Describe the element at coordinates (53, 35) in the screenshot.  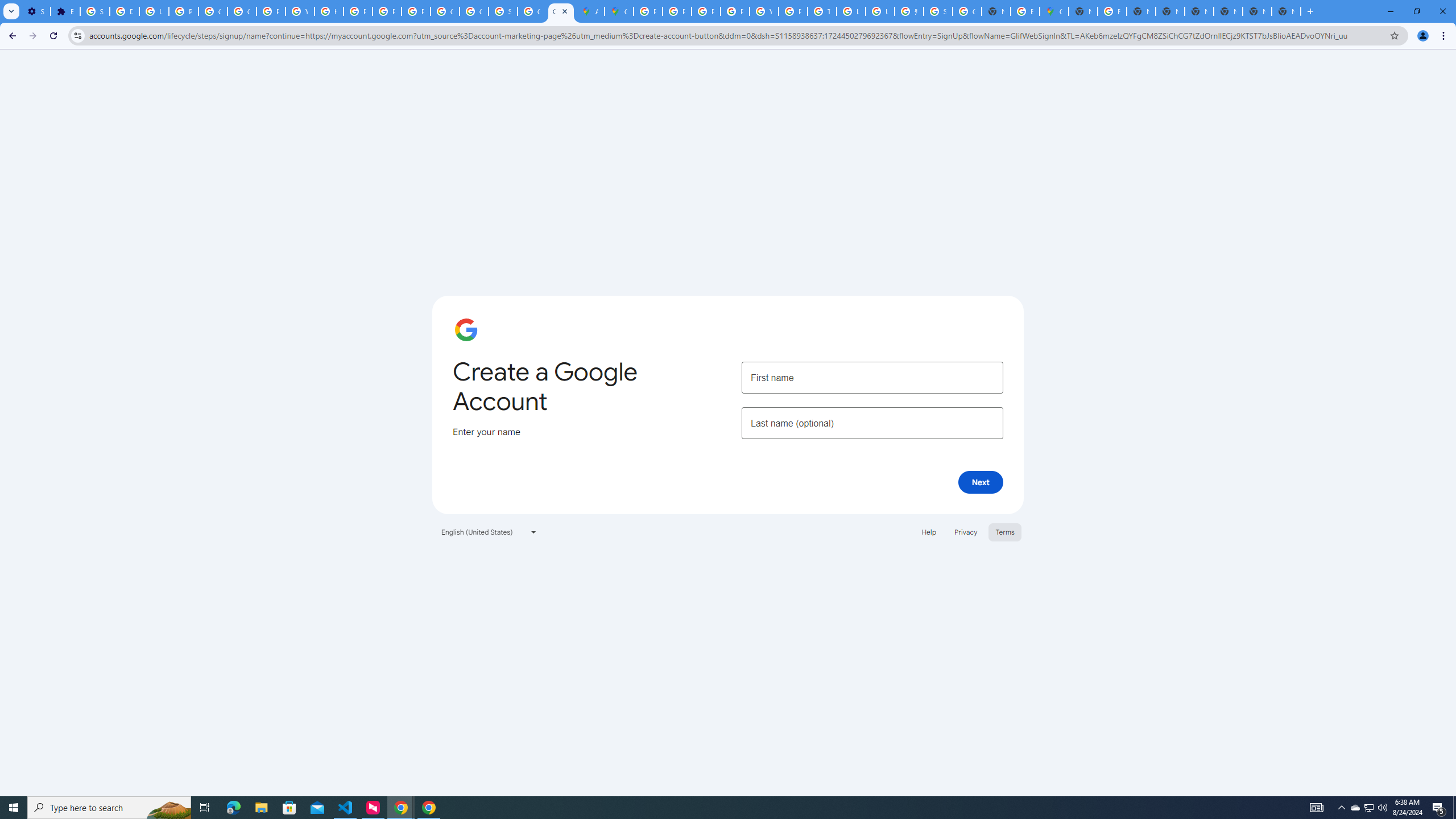
I see `'Reload'` at that location.